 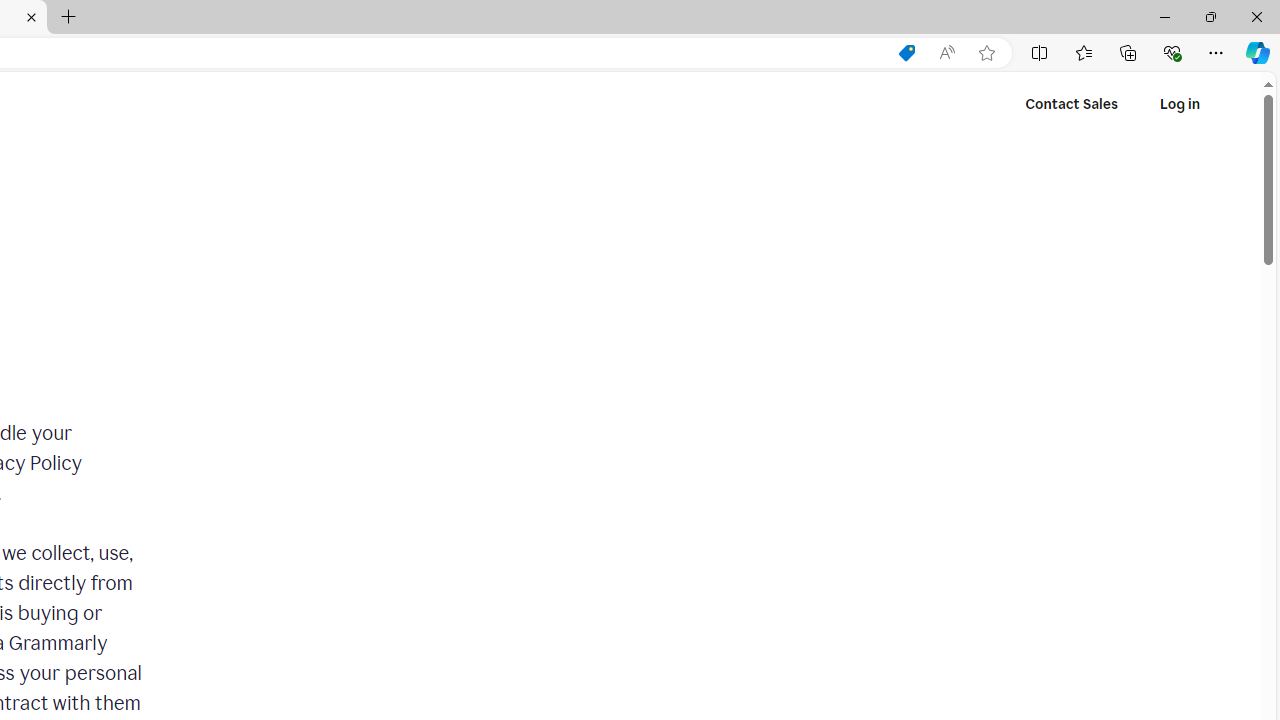 I want to click on 'Log in', so click(x=1179, y=104).